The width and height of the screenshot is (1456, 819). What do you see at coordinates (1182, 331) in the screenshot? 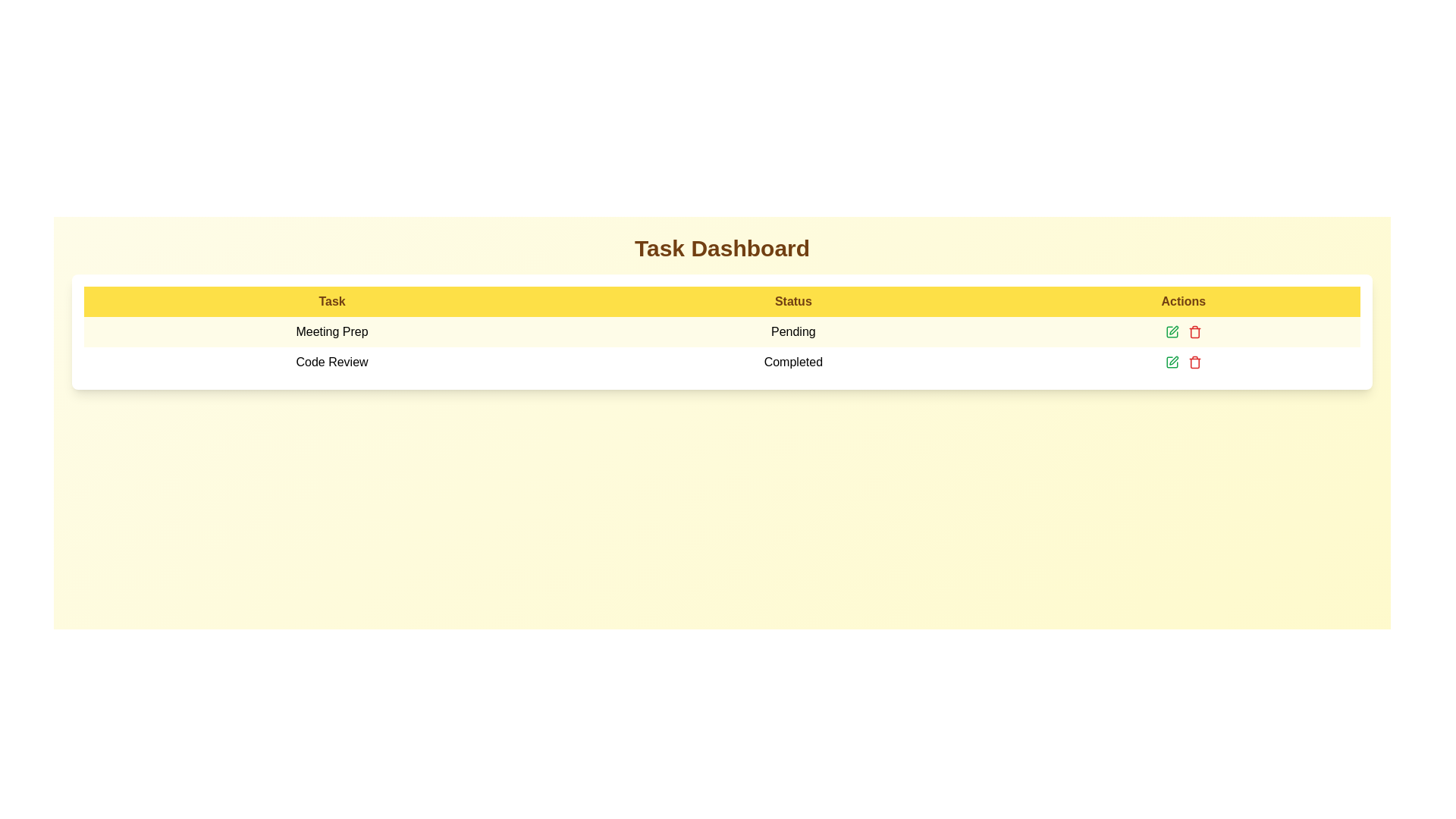
I see `the green pencil icon in the Actions column of the Task Dashboard` at bounding box center [1182, 331].